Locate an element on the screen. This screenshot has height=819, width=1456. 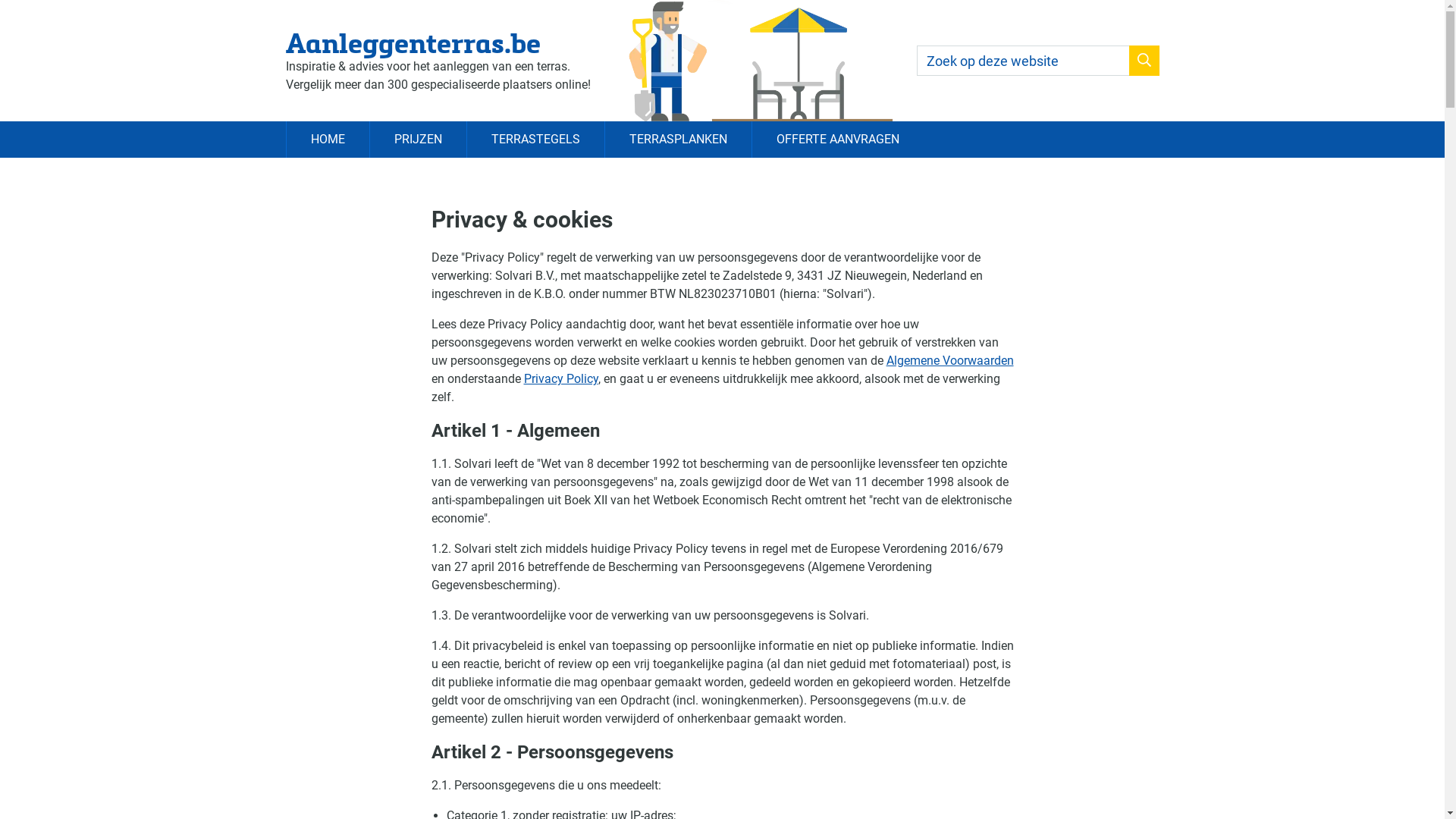
'Privacy Policy' is located at coordinates (523, 378).